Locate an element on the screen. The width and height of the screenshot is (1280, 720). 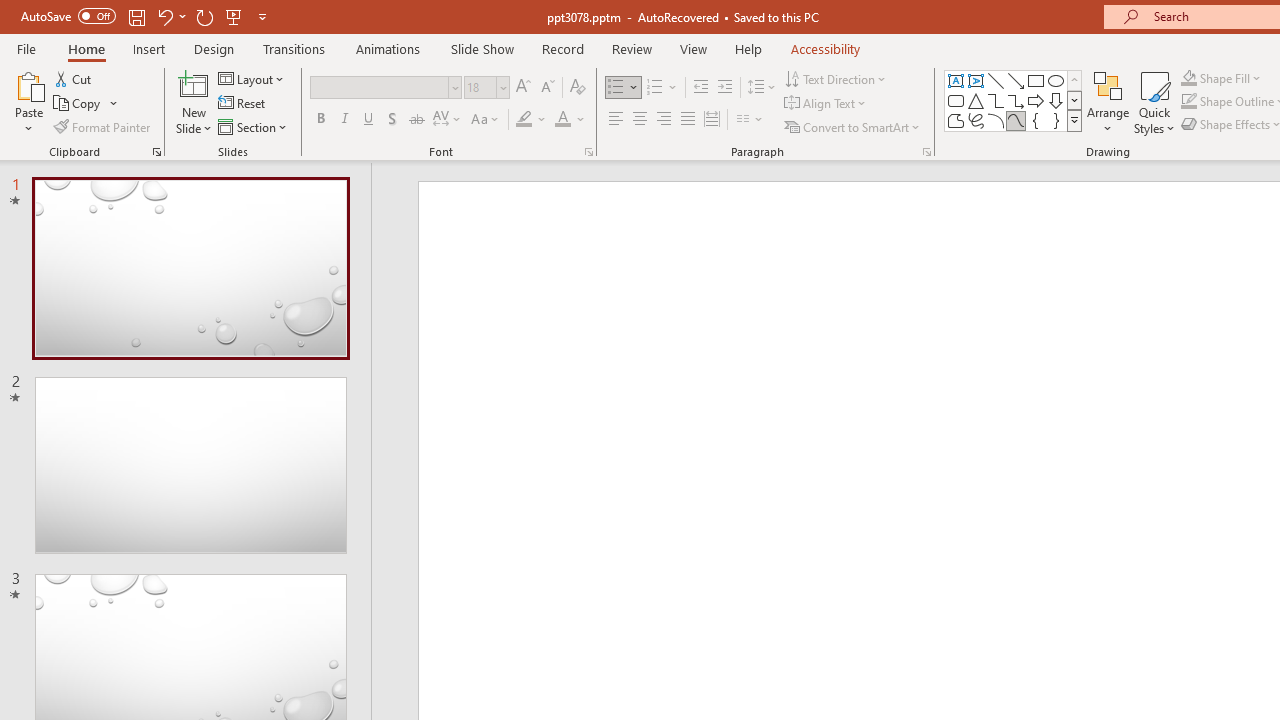
'Line Spacing' is located at coordinates (761, 86).